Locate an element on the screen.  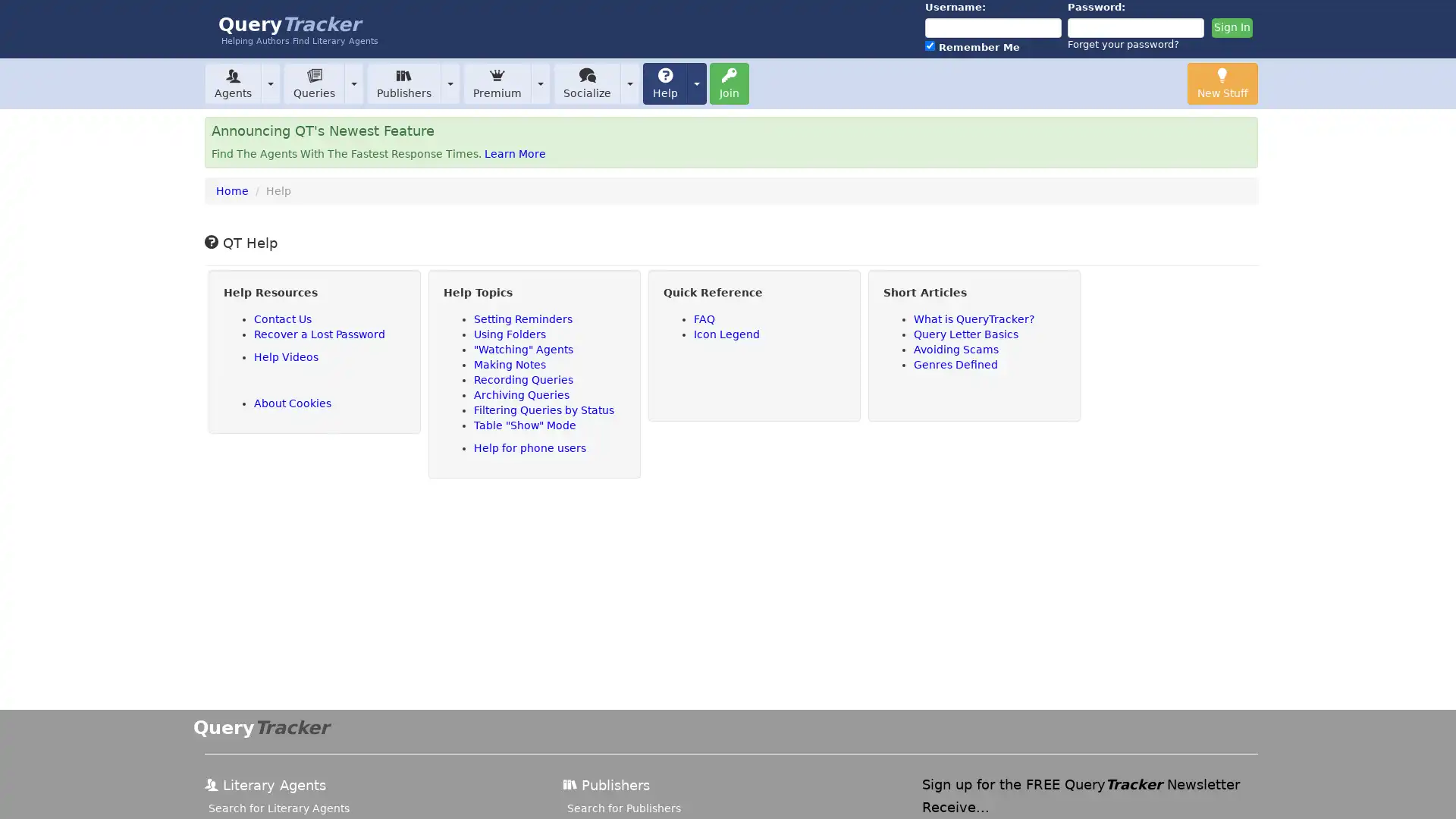
Toggle Dropdown is located at coordinates (353, 83).